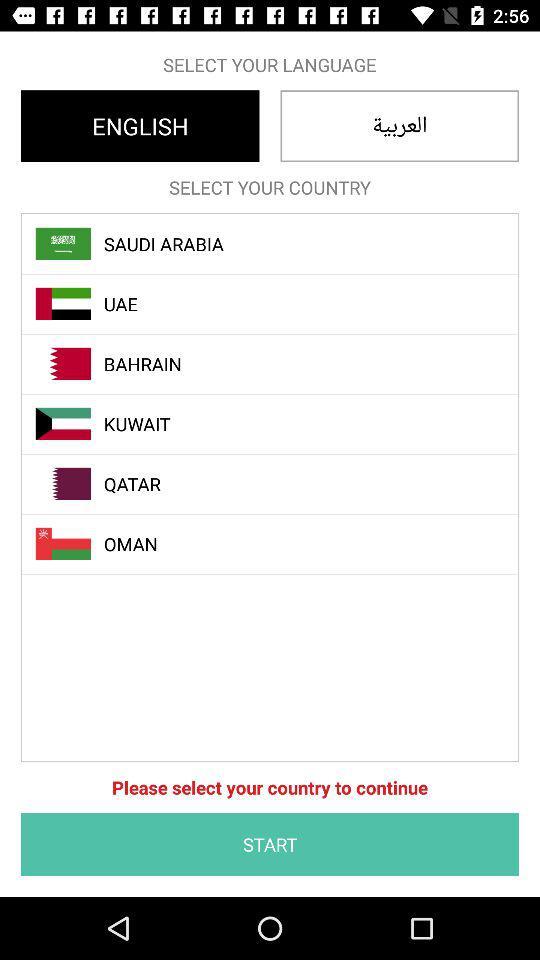 The height and width of the screenshot is (960, 540). What do you see at coordinates (139, 125) in the screenshot?
I see `the icon above select your country icon` at bounding box center [139, 125].